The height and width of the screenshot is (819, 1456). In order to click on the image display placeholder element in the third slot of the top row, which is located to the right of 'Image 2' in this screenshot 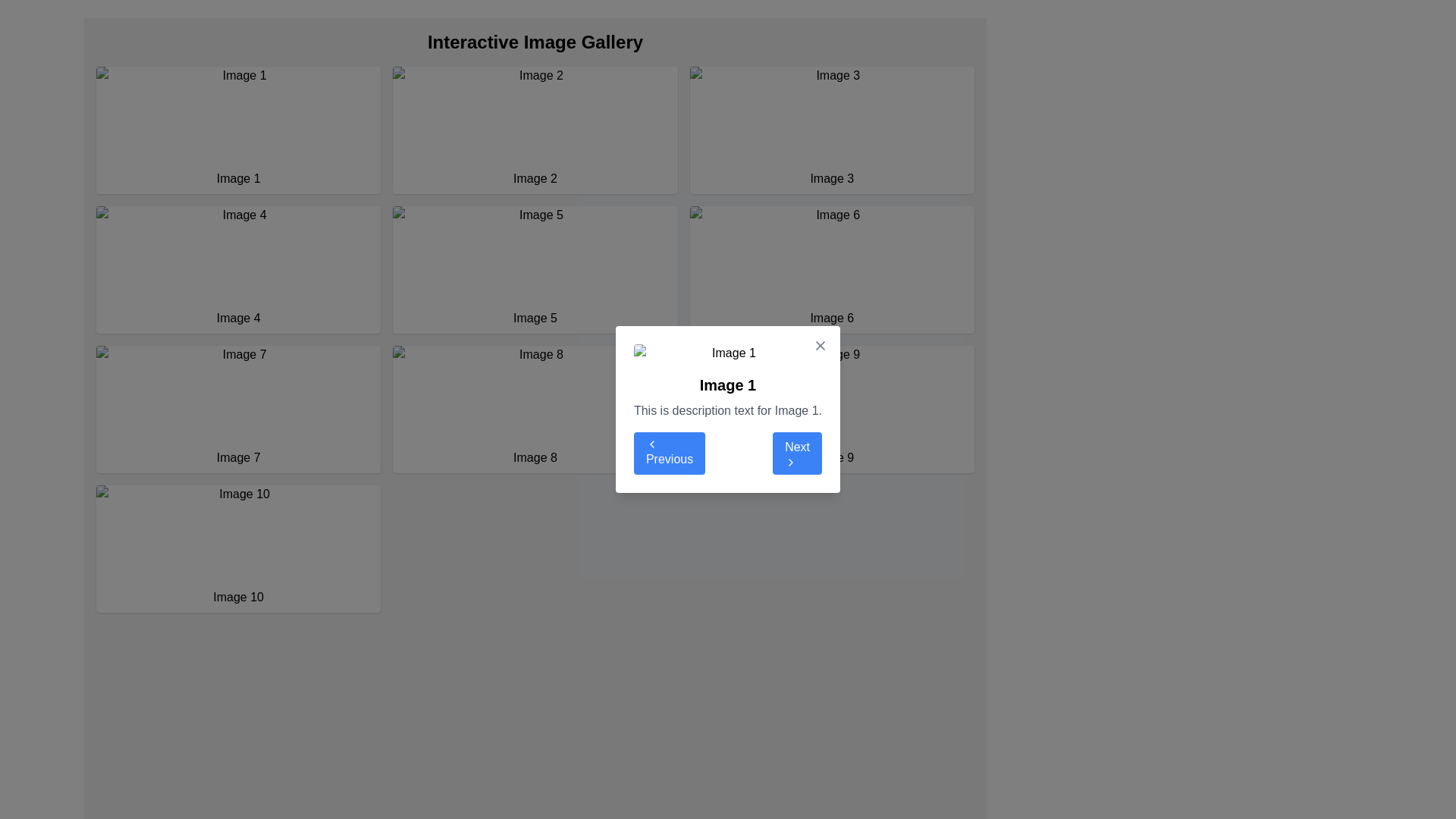, I will do `click(831, 114)`.